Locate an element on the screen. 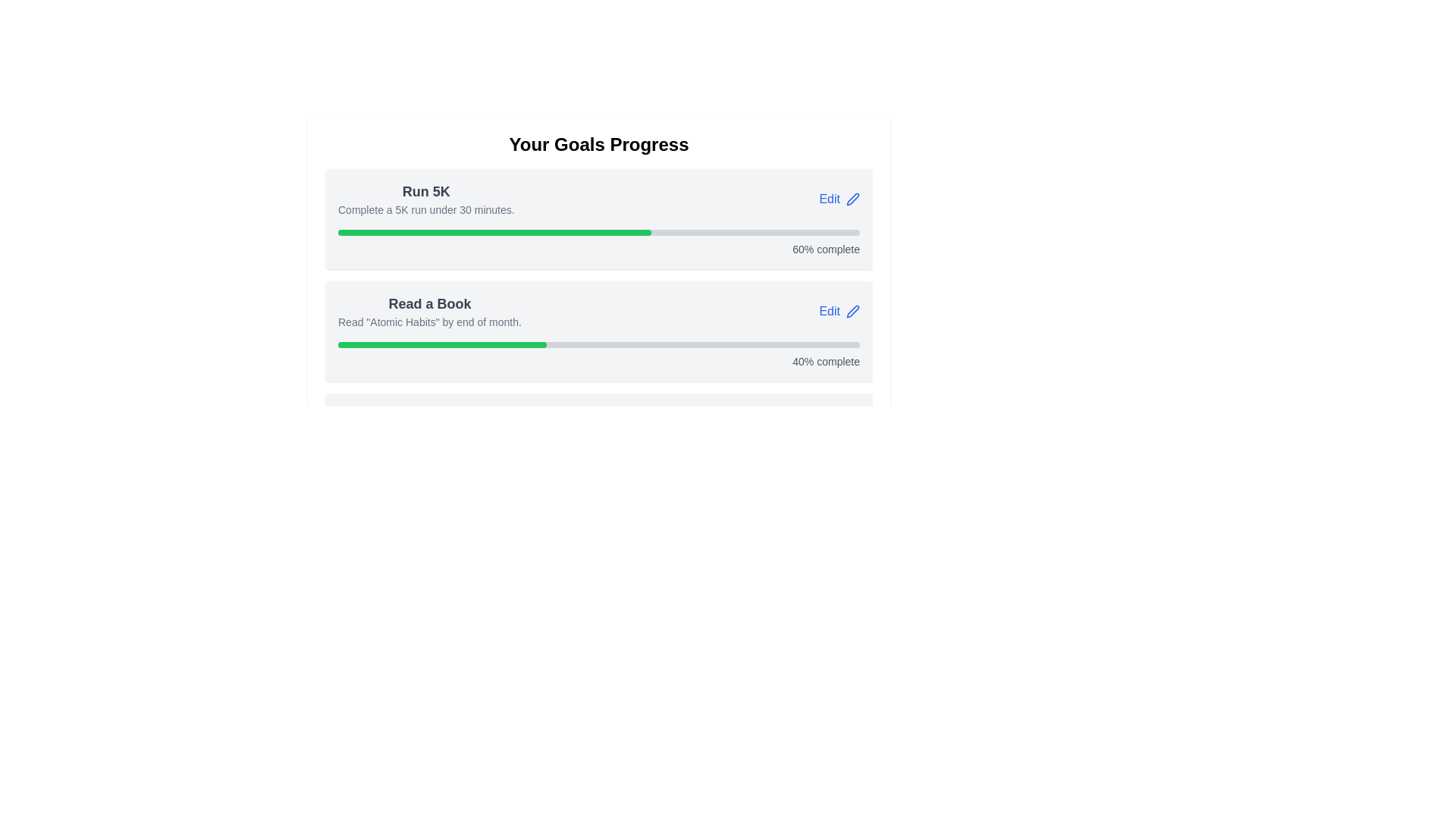  the progress bar segment representing the completion percentage of the 'Read a Book' goal, located in the top-left corner of the visible progress bar is located at coordinates (441, 345).